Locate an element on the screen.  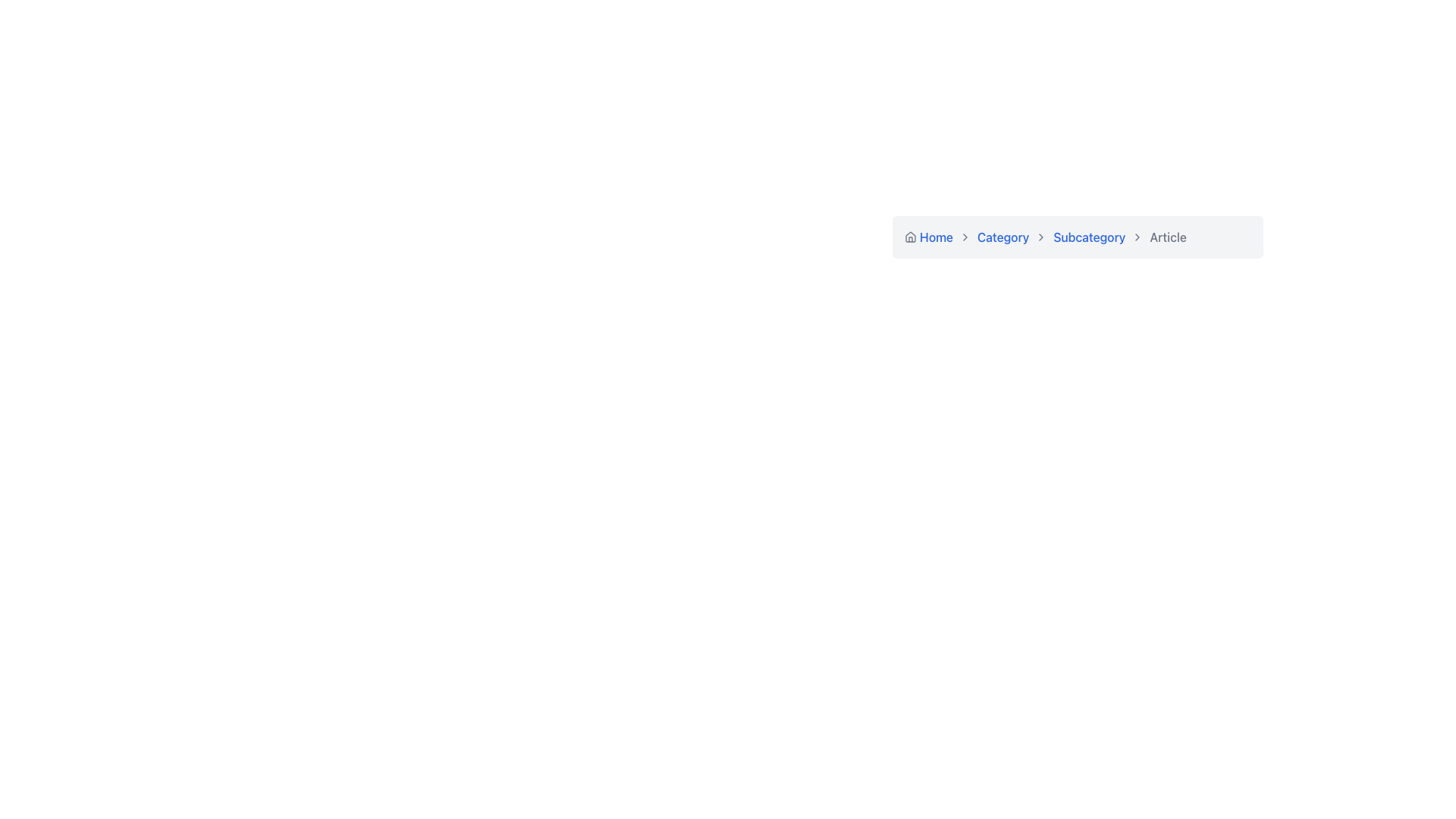
the separator icon in the breadcrumb navigation that indicates the transition between 'Category' and 'Subcategory' is located at coordinates (1040, 237).